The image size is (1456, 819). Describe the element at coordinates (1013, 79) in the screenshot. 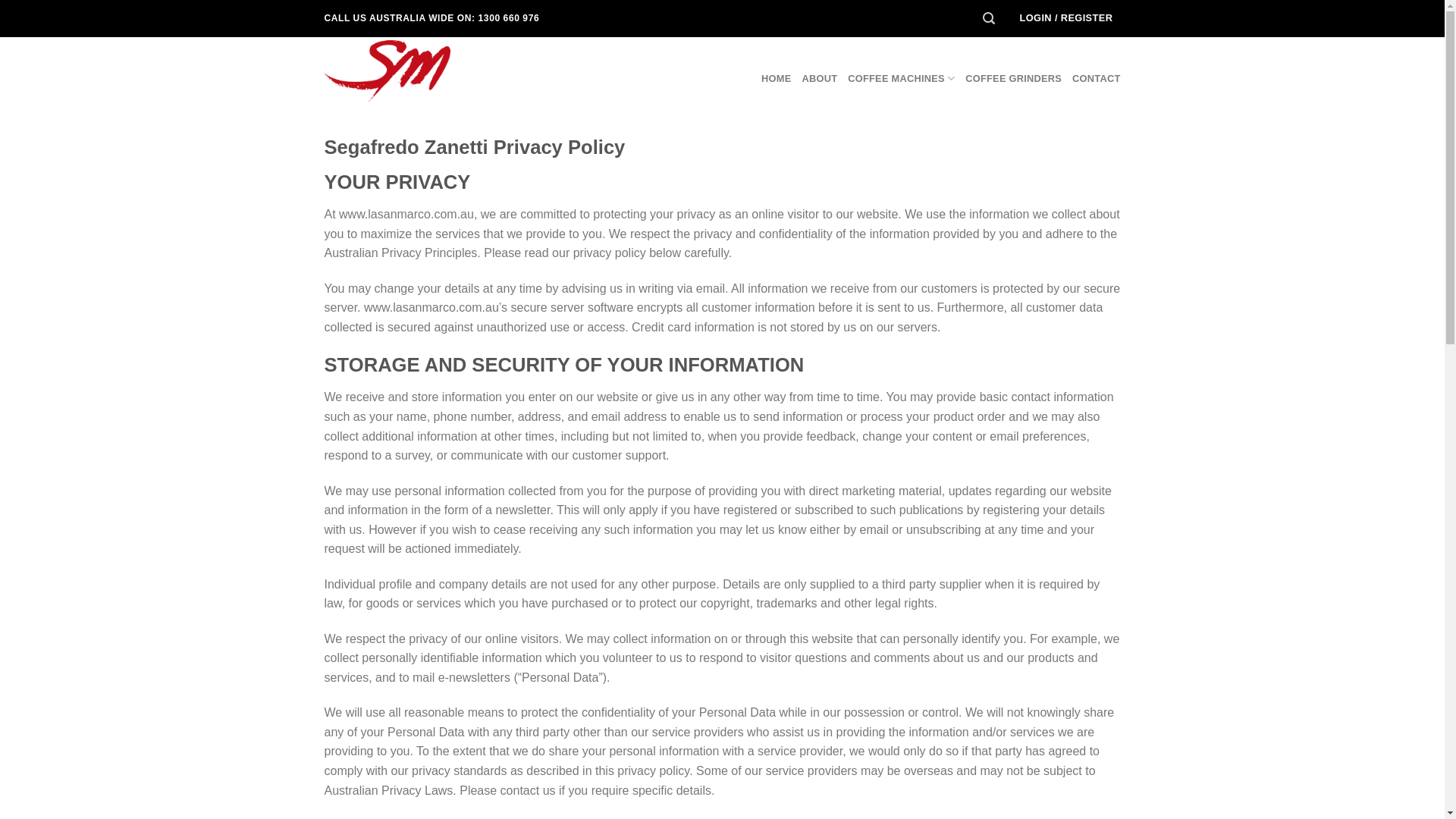

I see `'COFFEE GRINDERS'` at that location.